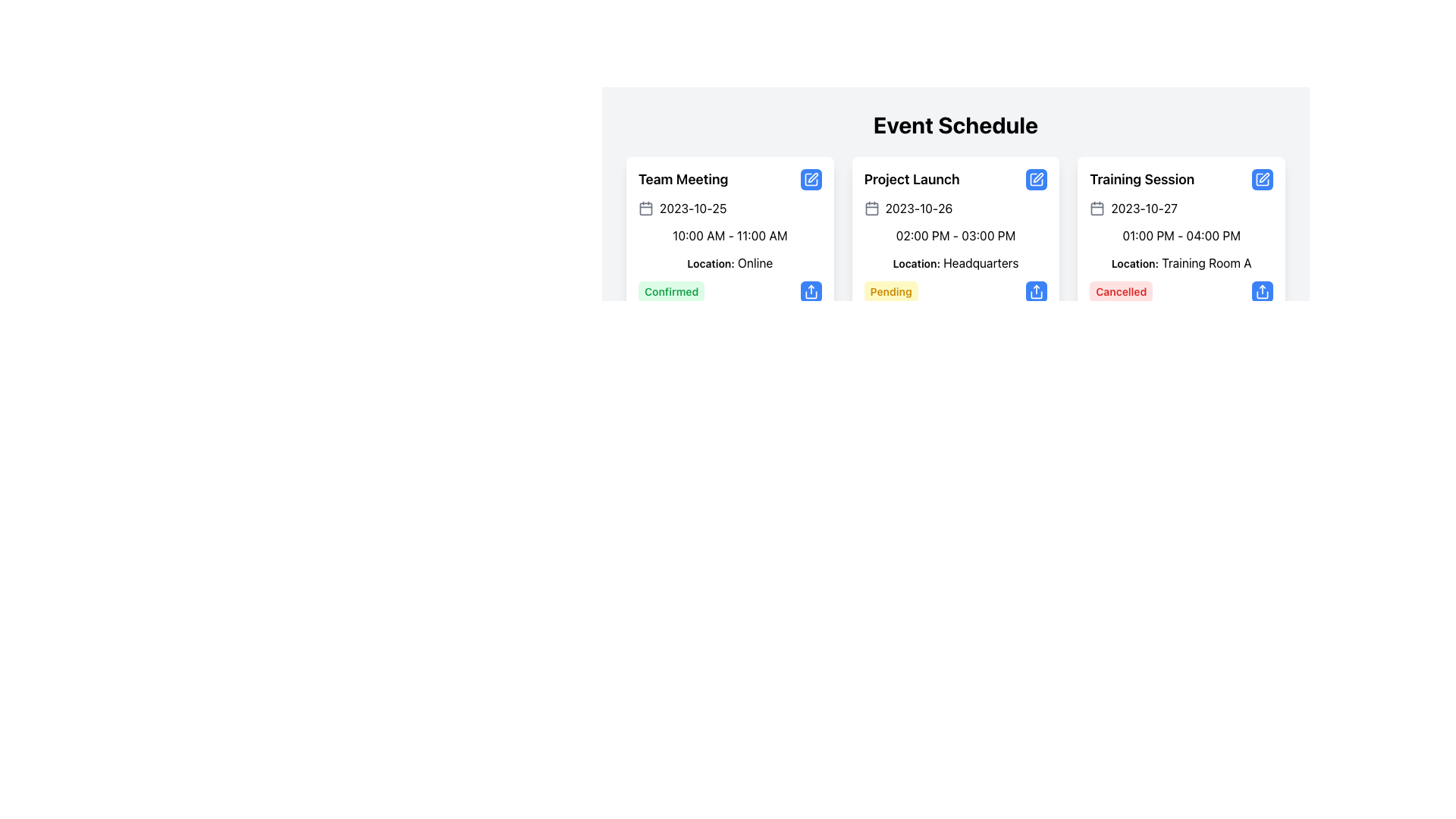 The width and height of the screenshot is (1456, 819). Describe the element at coordinates (1263, 178) in the screenshot. I see `the edit button located at the top right corner of the 'Training Session' card to initiate an edit action` at that location.